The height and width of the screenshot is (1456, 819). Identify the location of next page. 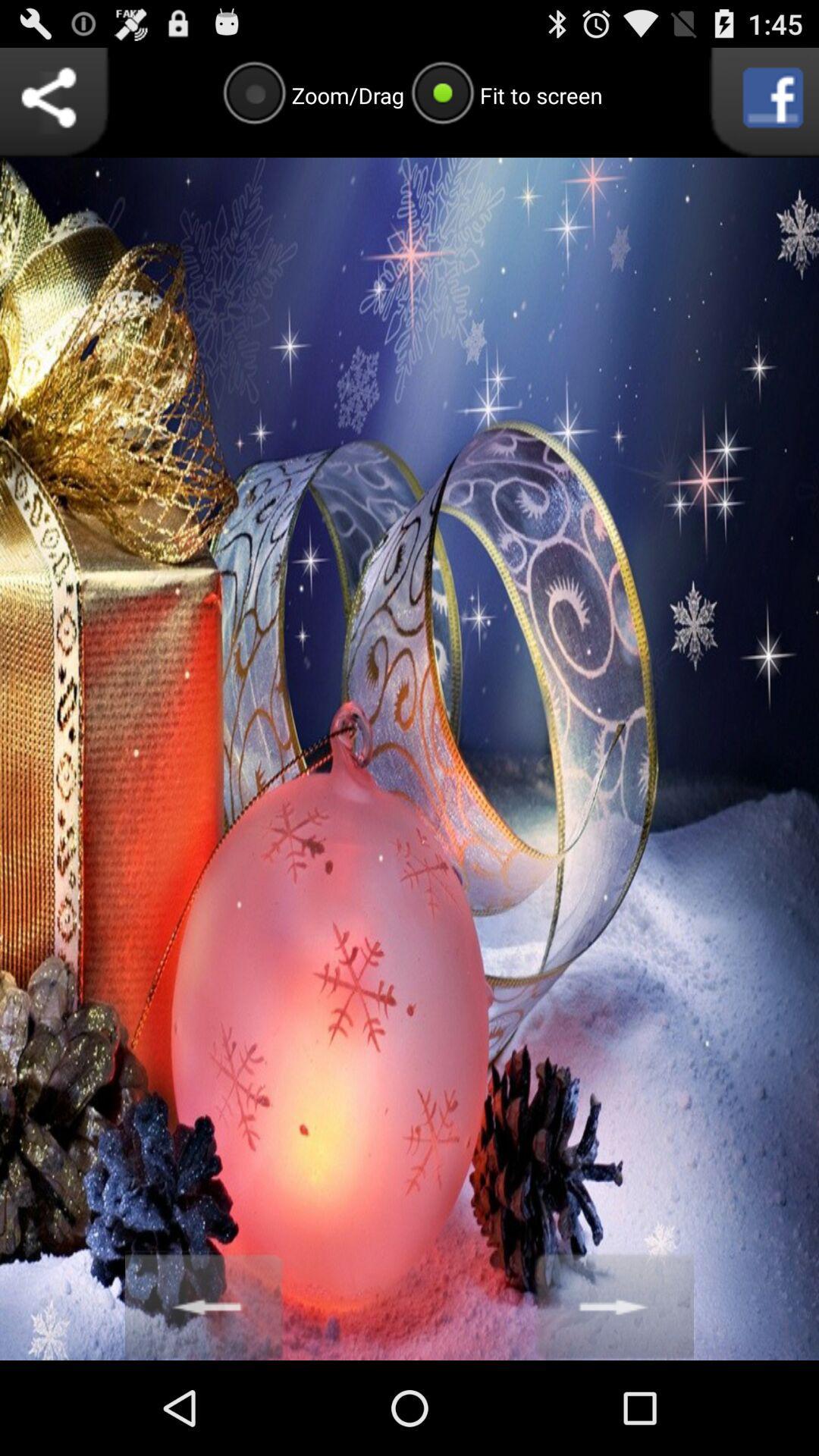
(614, 1304).